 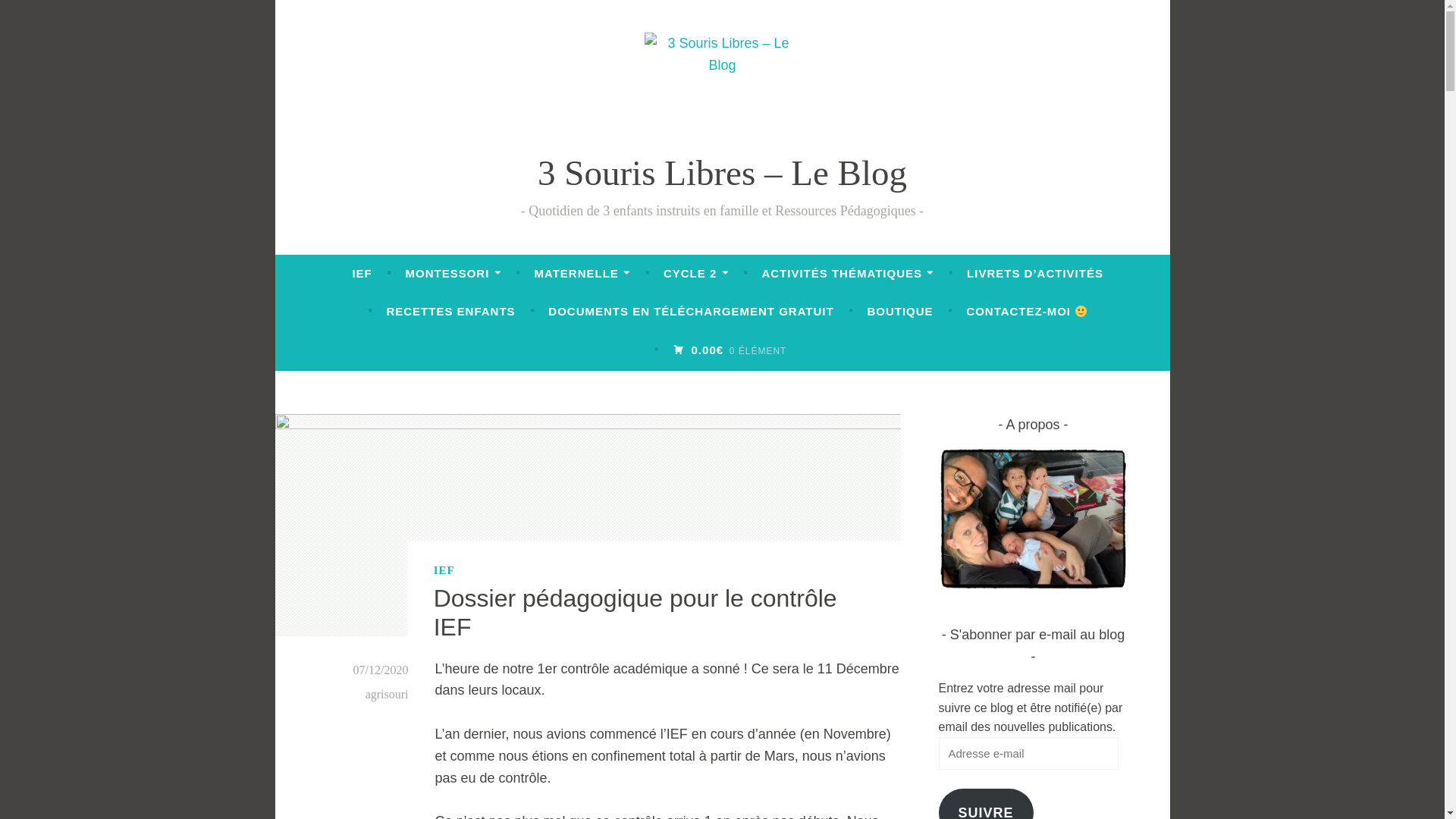 What do you see at coordinates (1026, 311) in the screenshot?
I see `'CONTACTEZ-MOI'` at bounding box center [1026, 311].